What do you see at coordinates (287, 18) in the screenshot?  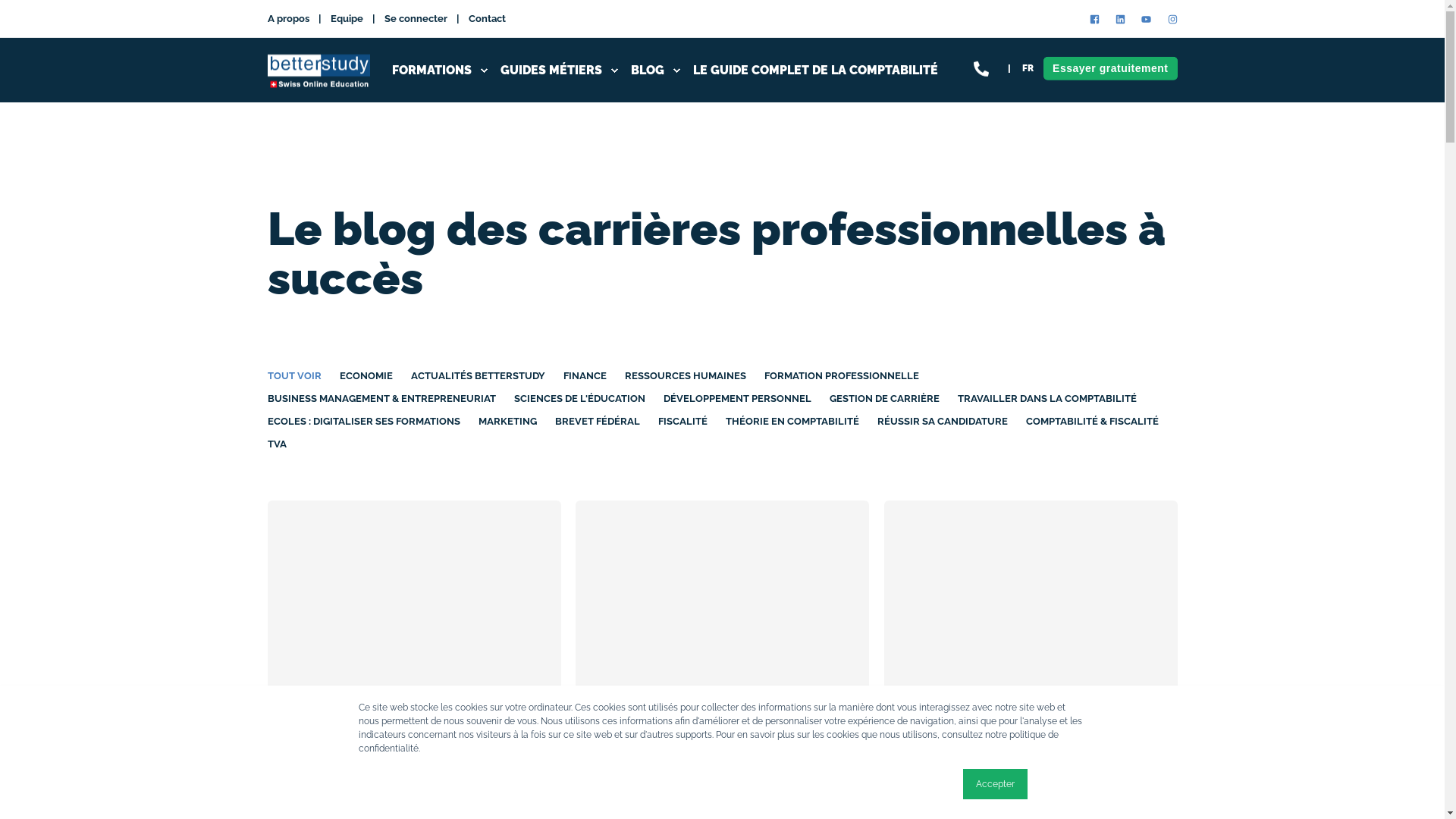 I see `'A propos'` at bounding box center [287, 18].